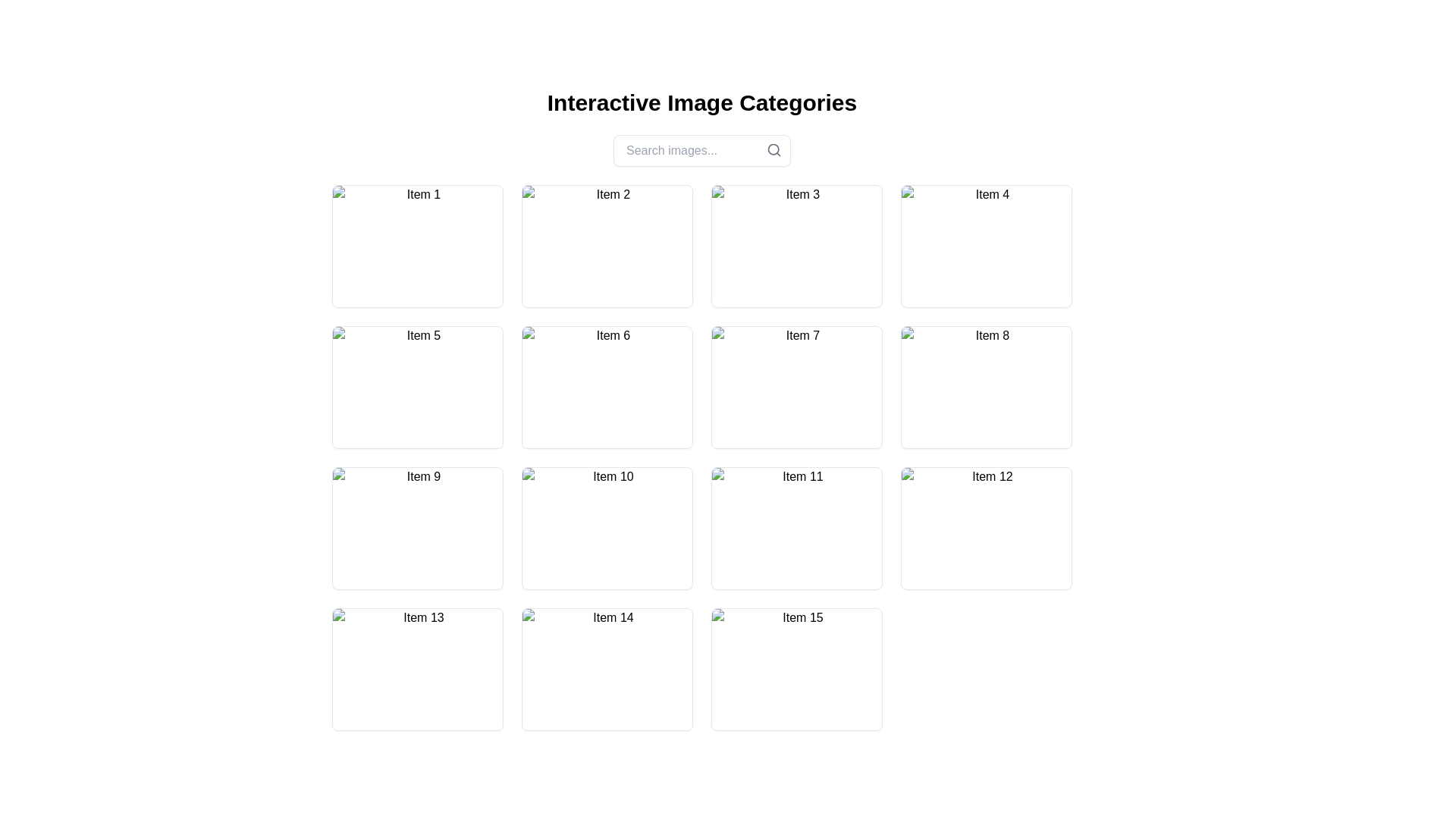  What do you see at coordinates (773, 149) in the screenshot?
I see `the circular part of the search icon that symbolizes the search function, located at the end of the search bar on the right side` at bounding box center [773, 149].